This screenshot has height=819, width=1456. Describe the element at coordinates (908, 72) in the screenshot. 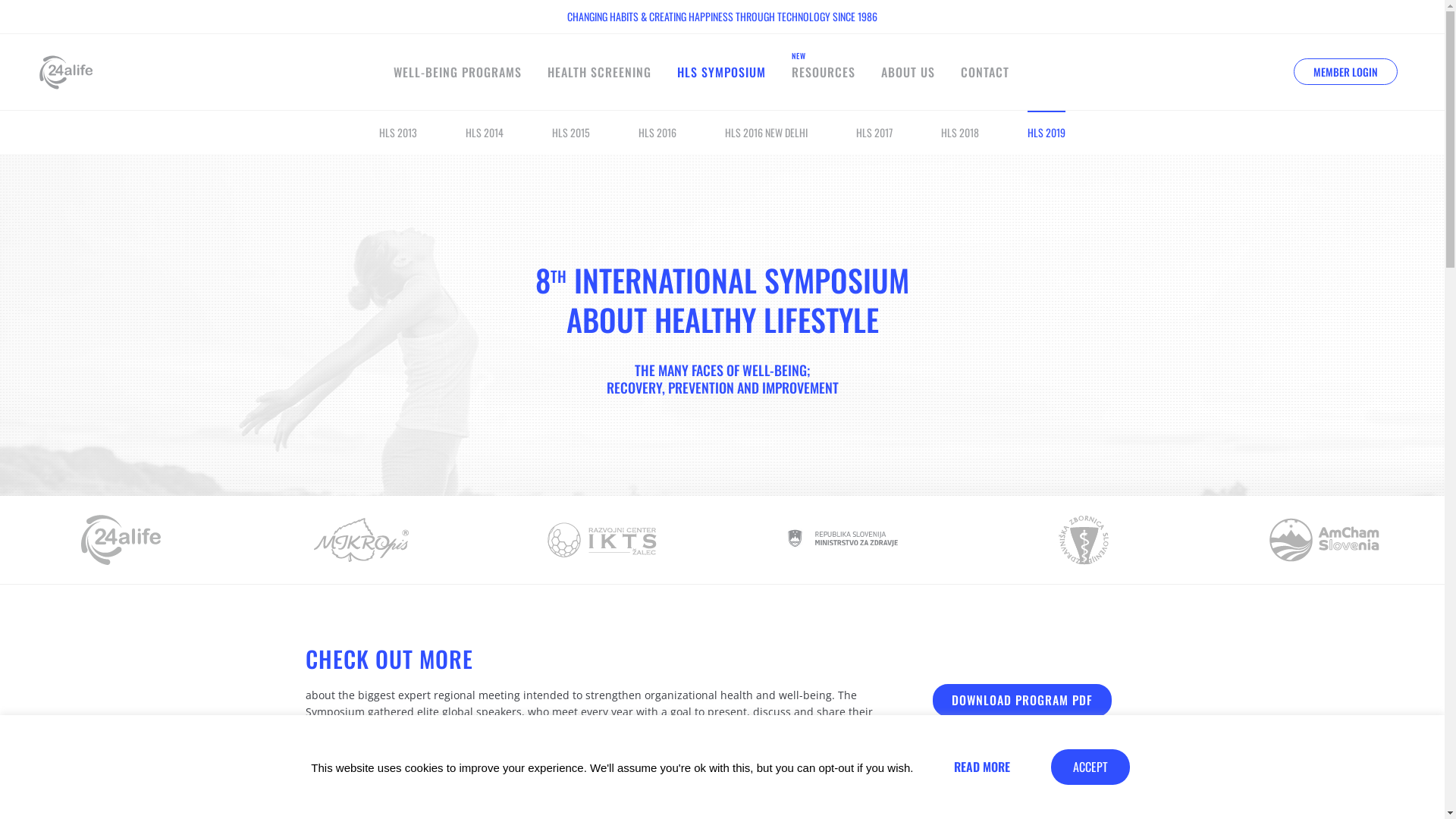

I see `'ABOUT US'` at that location.